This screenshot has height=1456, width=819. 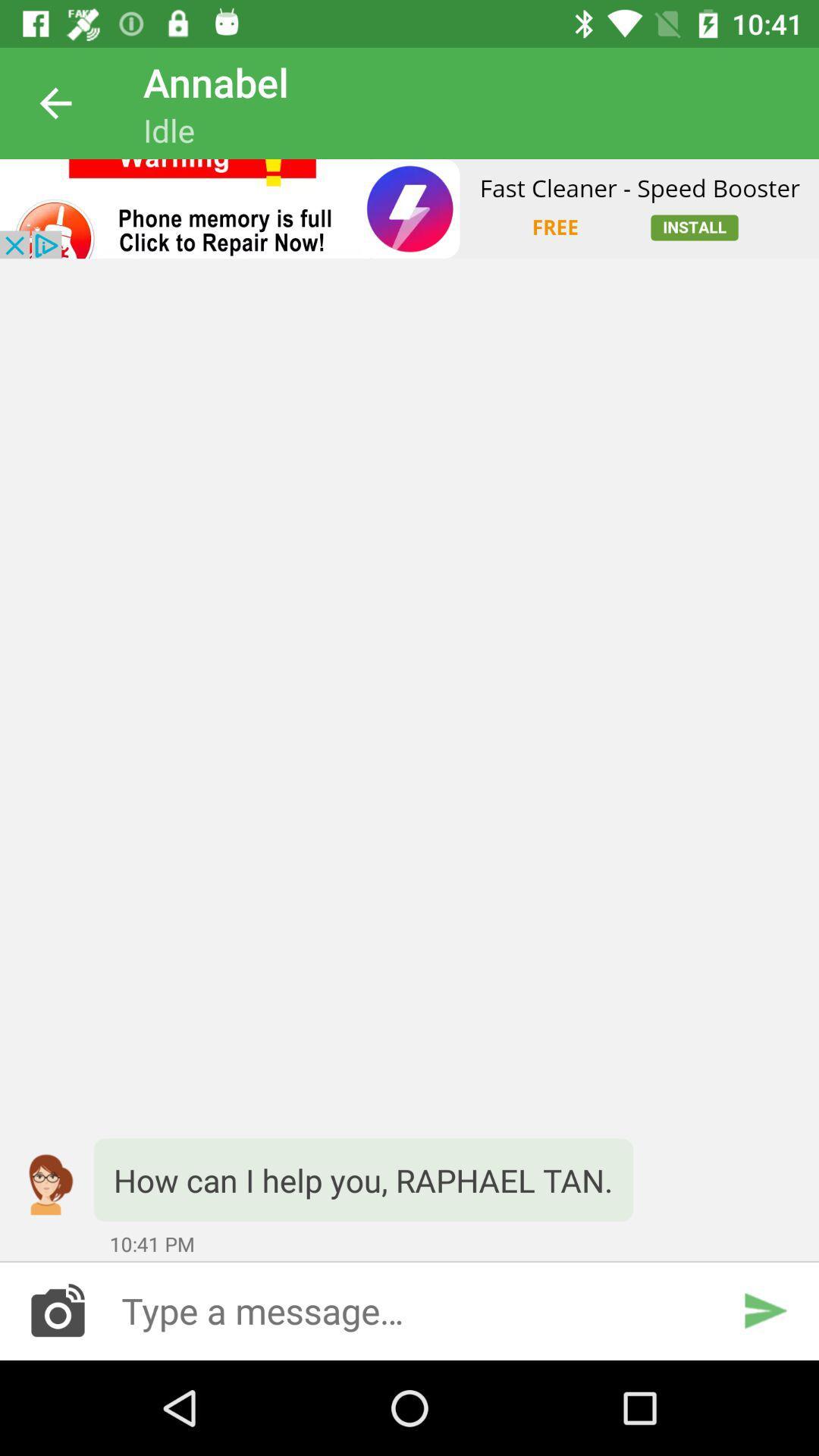 I want to click on camera, so click(x=57, y=1310).